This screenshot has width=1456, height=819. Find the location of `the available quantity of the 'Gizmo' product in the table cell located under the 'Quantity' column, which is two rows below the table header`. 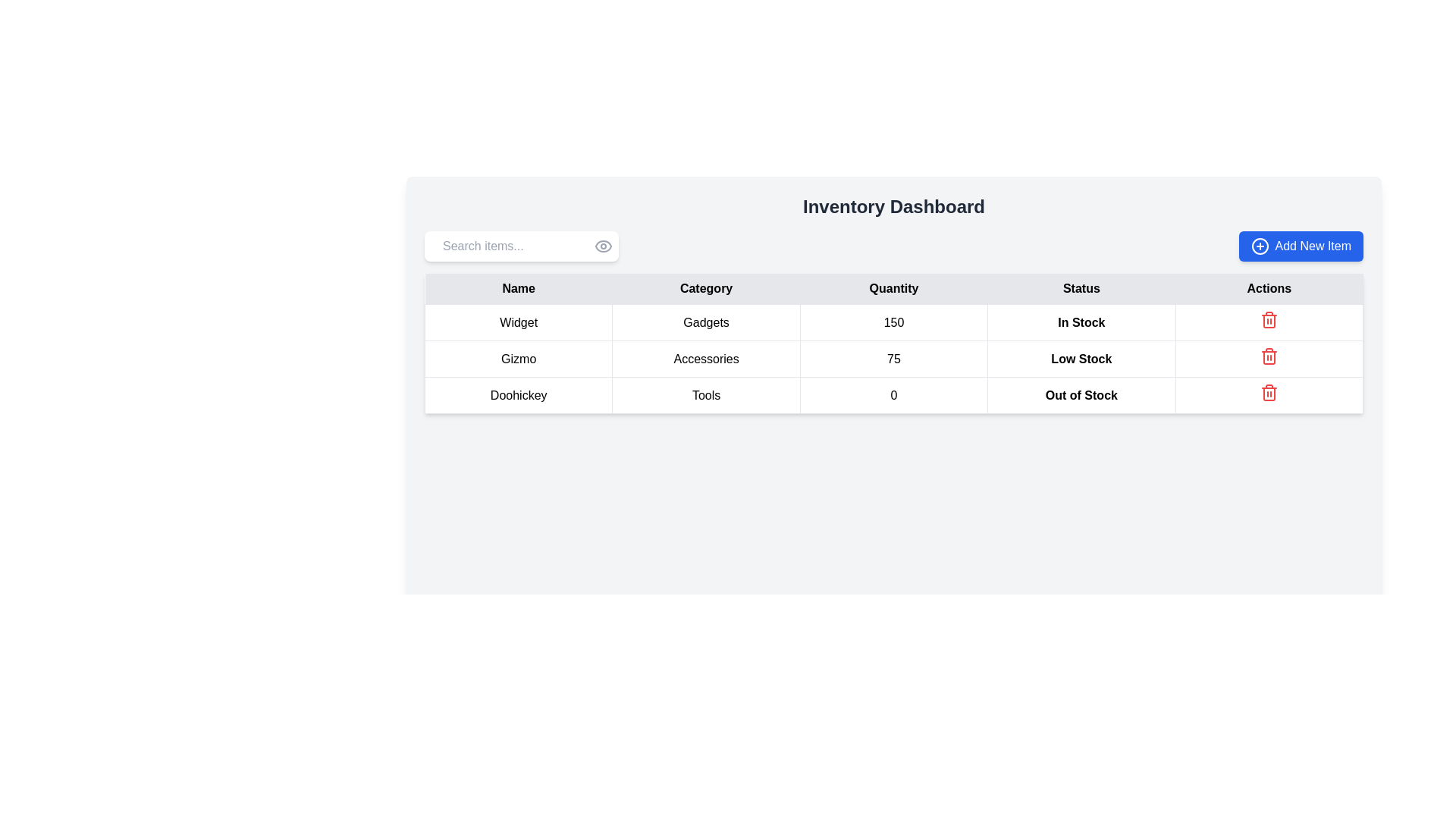

the available quantity of the 'Gizmo' product in the table cell located under the 'Quantity' column, which is two rows below the table header is located at coordinates (894, 359).